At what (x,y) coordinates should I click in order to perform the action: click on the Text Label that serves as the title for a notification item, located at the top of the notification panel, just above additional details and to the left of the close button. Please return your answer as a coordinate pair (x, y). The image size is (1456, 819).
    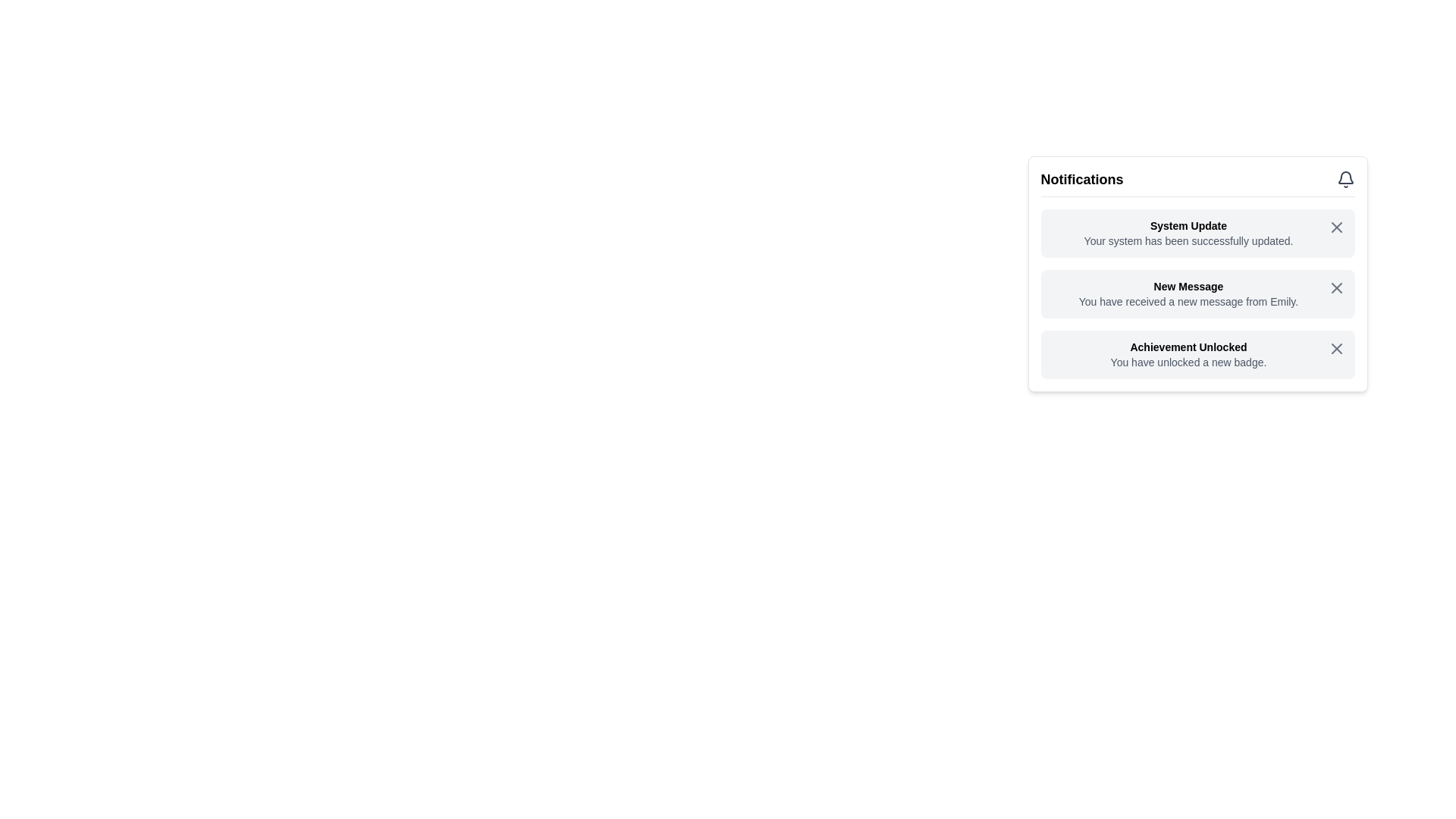
    Looking at the image, I should click on (1188, 225).